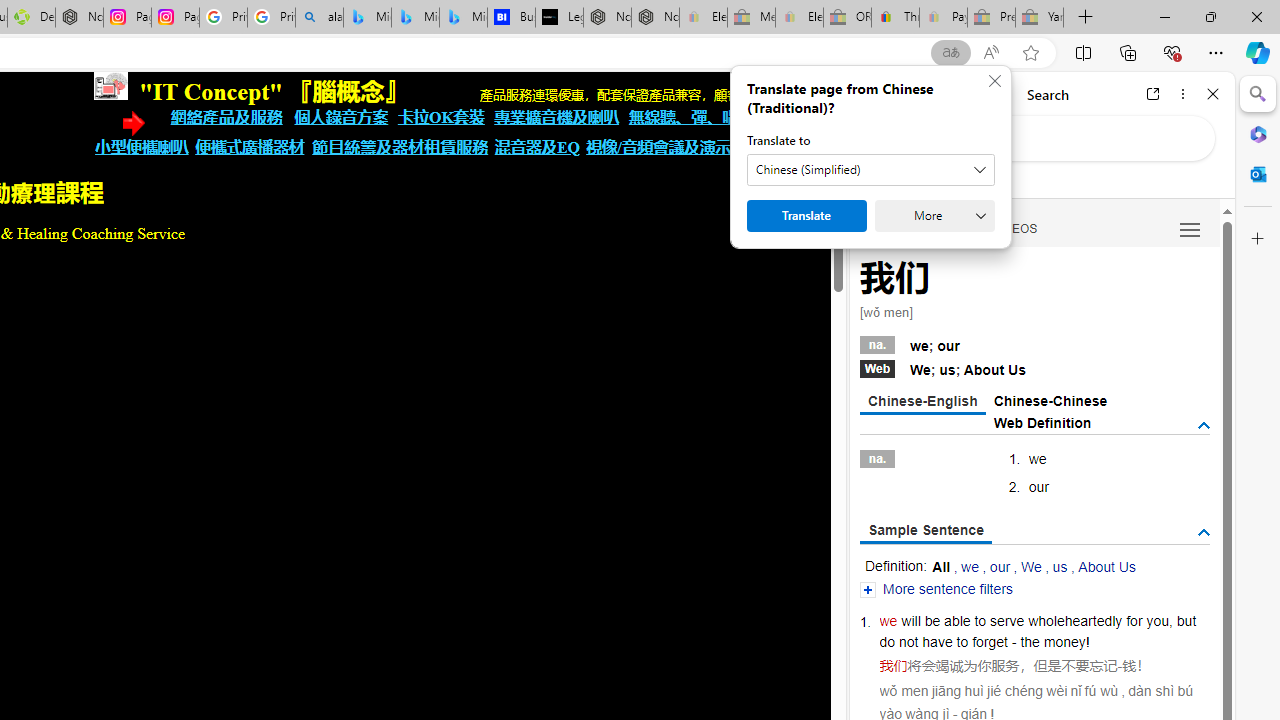 This screenshot has width=1280, height=720. I want to click on '!', so click(1087, 642).